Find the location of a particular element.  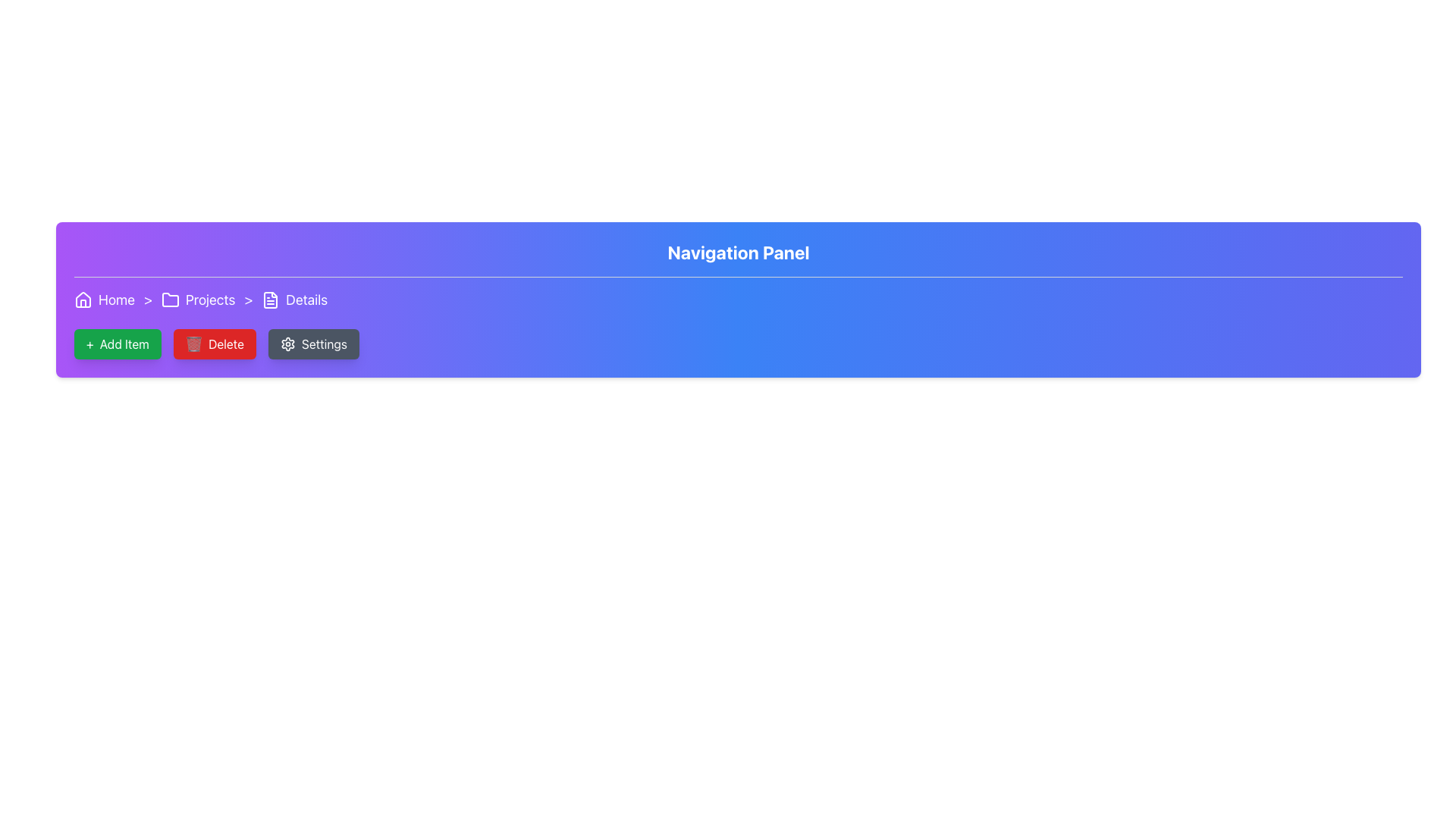

text label indicating the 'Delete' action, which is located to the right of the trash can icon within the button labeled '🗑Delete' is located at coordinates (225, 344).